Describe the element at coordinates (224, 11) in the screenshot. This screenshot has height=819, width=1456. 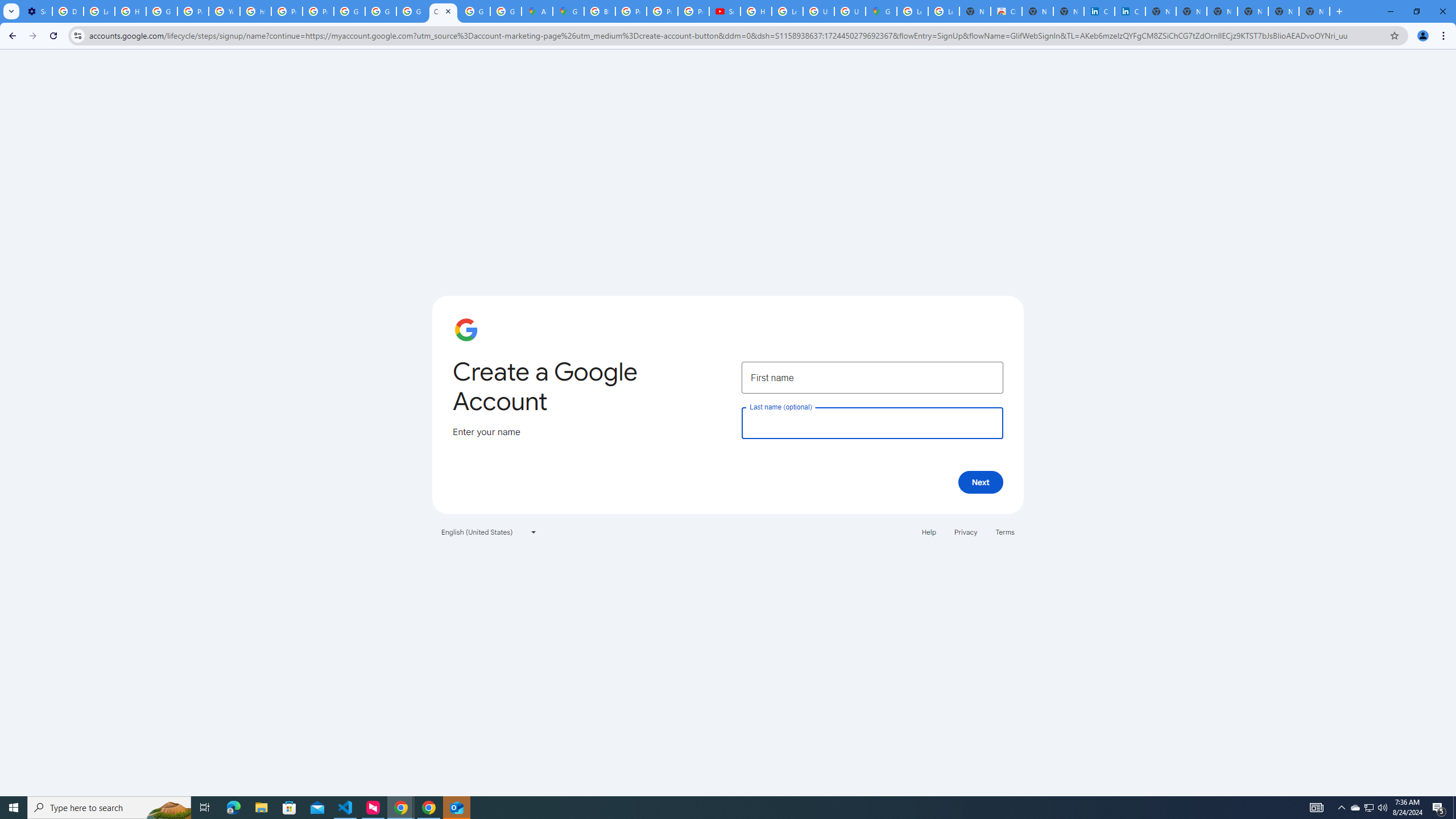
I see `'YouTube'` at that location.